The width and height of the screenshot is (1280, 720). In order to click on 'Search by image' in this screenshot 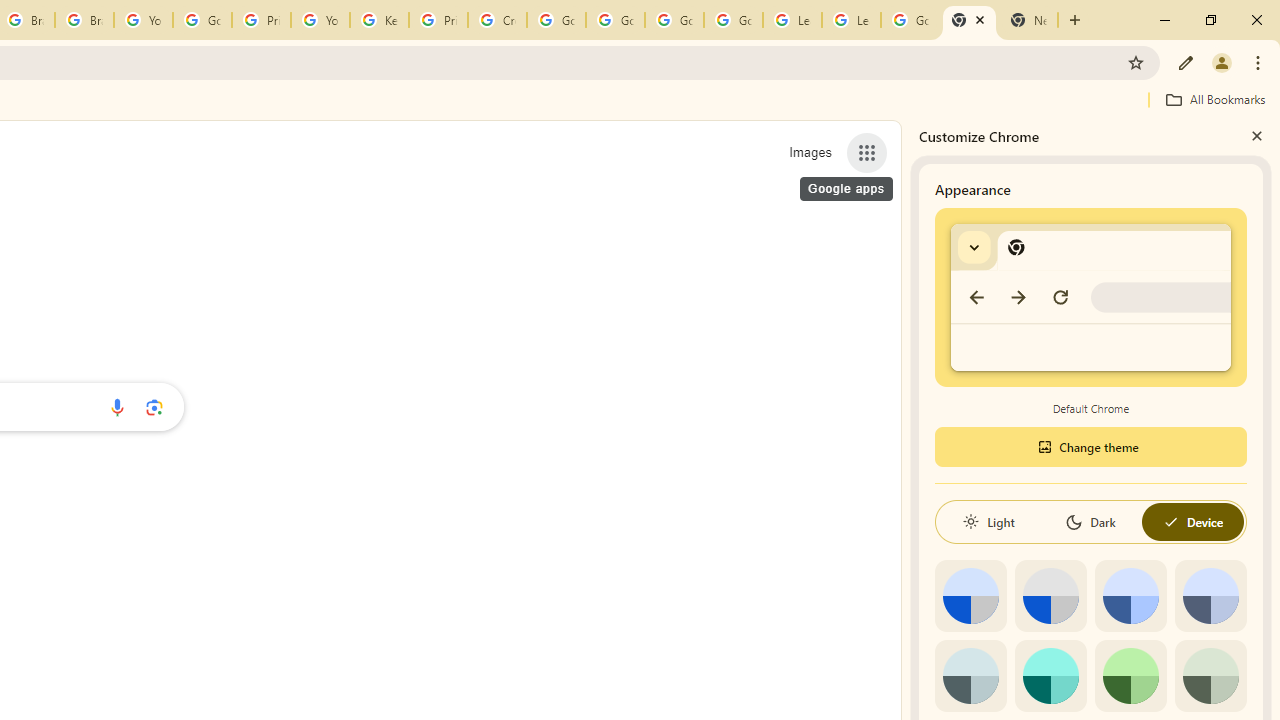, I will do `click(153, 406)`.